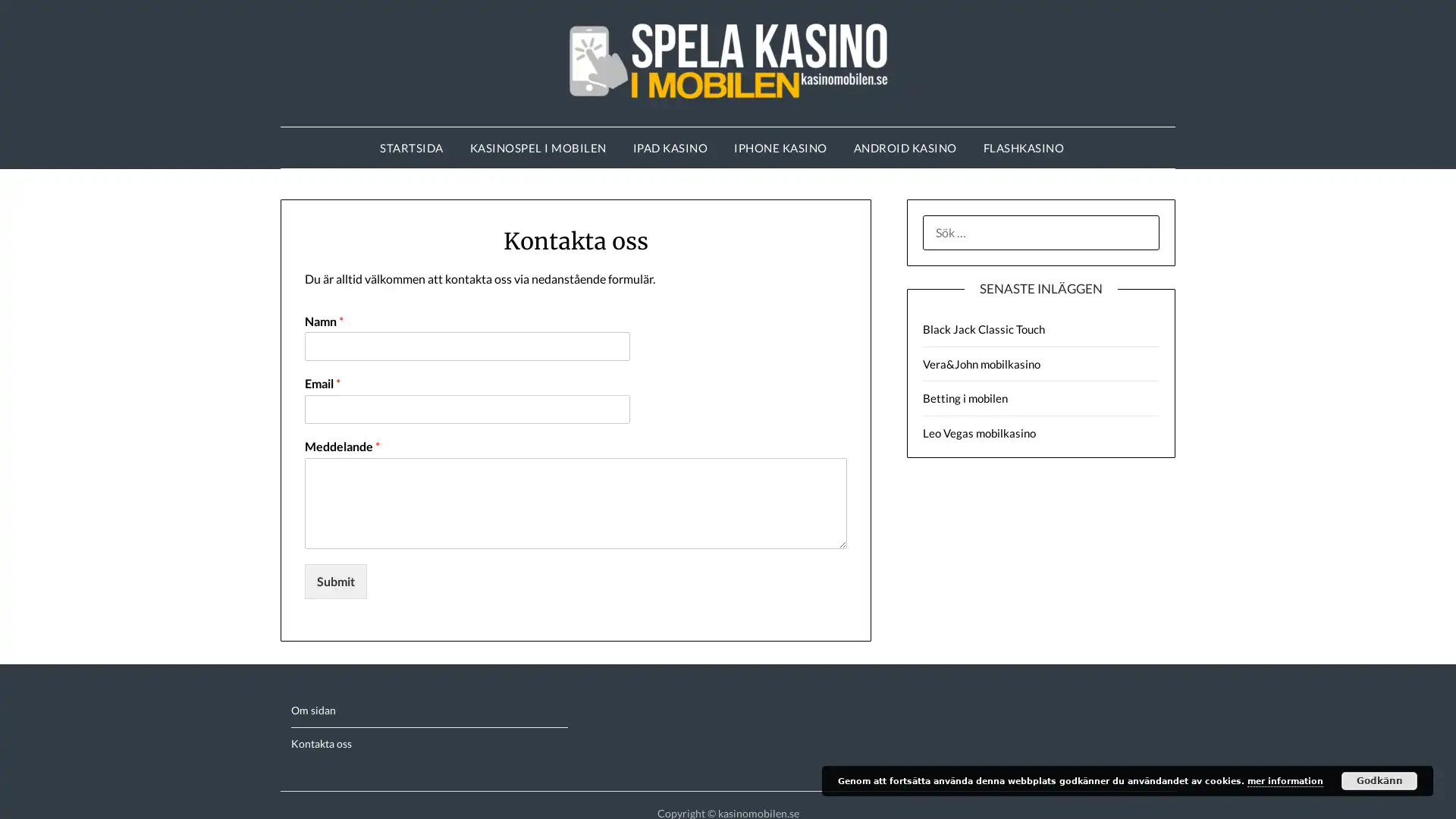 This screenshot has height=819, width=1456. What do you see at coordinates (1379, 780) in the screenshot?
I see `Godkann` at bounding box center [1379, 780].